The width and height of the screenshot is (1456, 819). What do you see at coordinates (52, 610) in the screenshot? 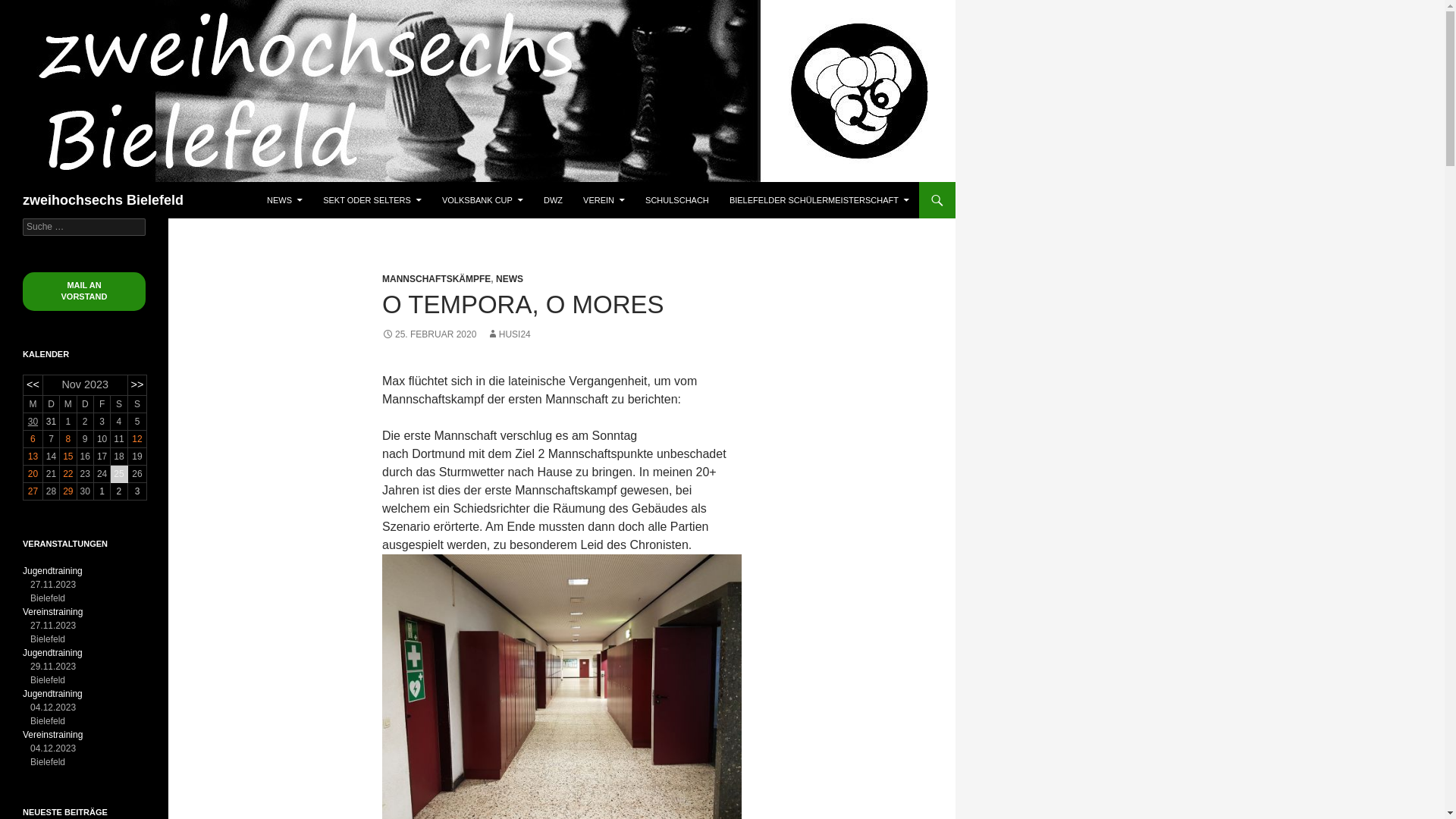
I see `'Vereinstraining'` at bounding box center [52, 610].